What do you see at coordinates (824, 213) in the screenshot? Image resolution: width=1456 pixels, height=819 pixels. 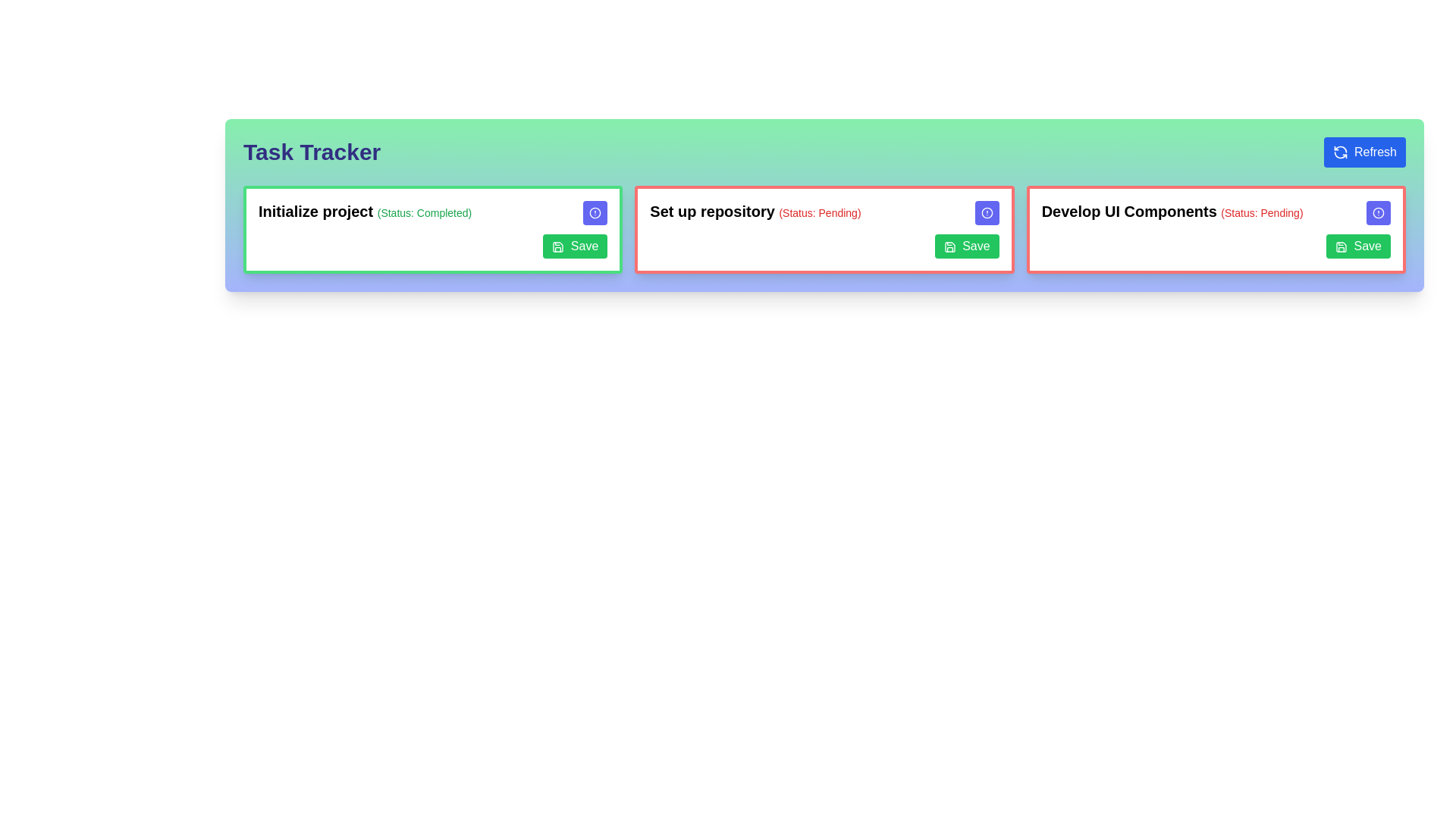 I see `the 'Set up repository' label with status text '(Status: Pending)' in red color and the information icon located in the second card from the left` at bounding box center [824, 213].